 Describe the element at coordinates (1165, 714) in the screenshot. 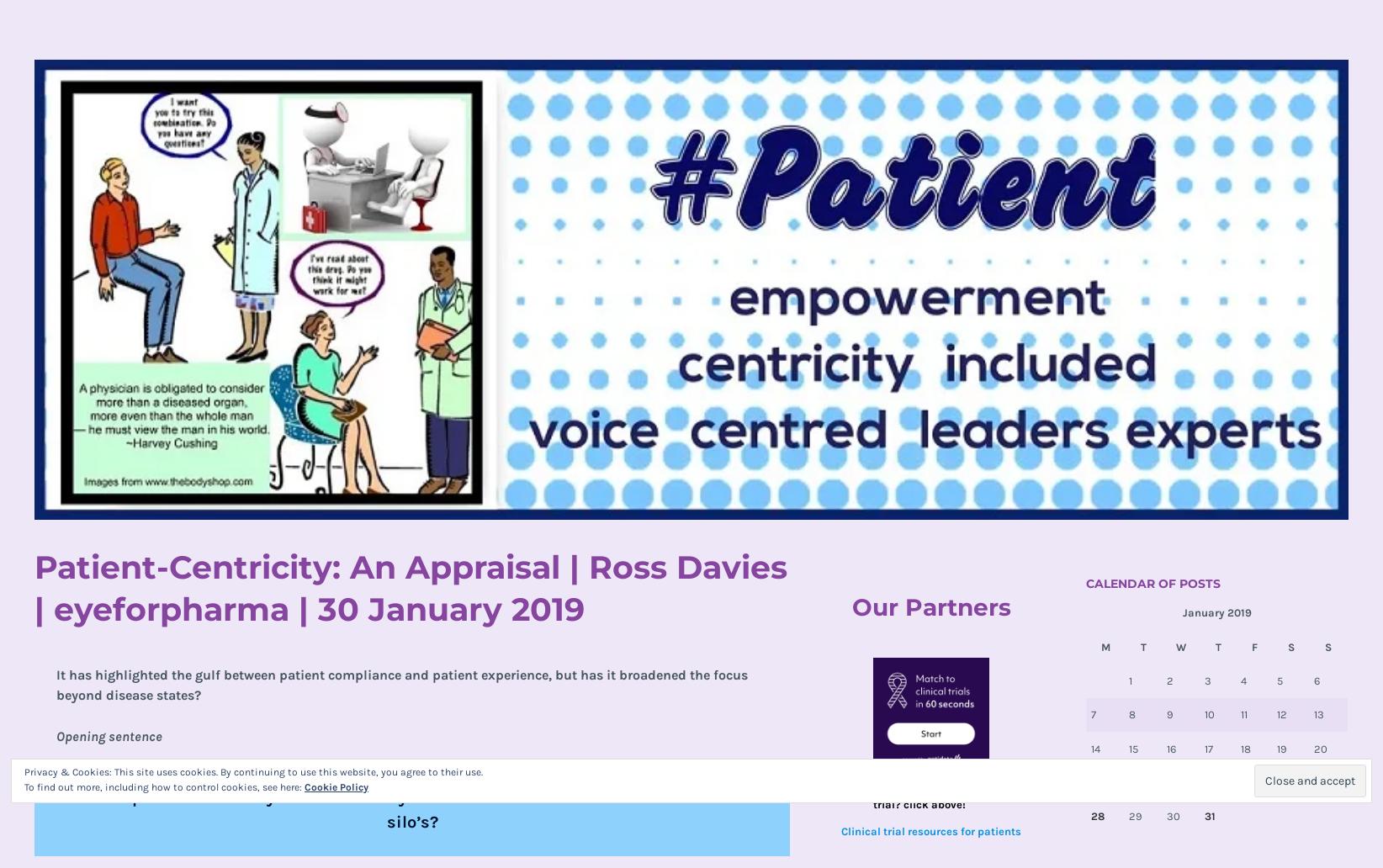

I see `'9'` at that location.